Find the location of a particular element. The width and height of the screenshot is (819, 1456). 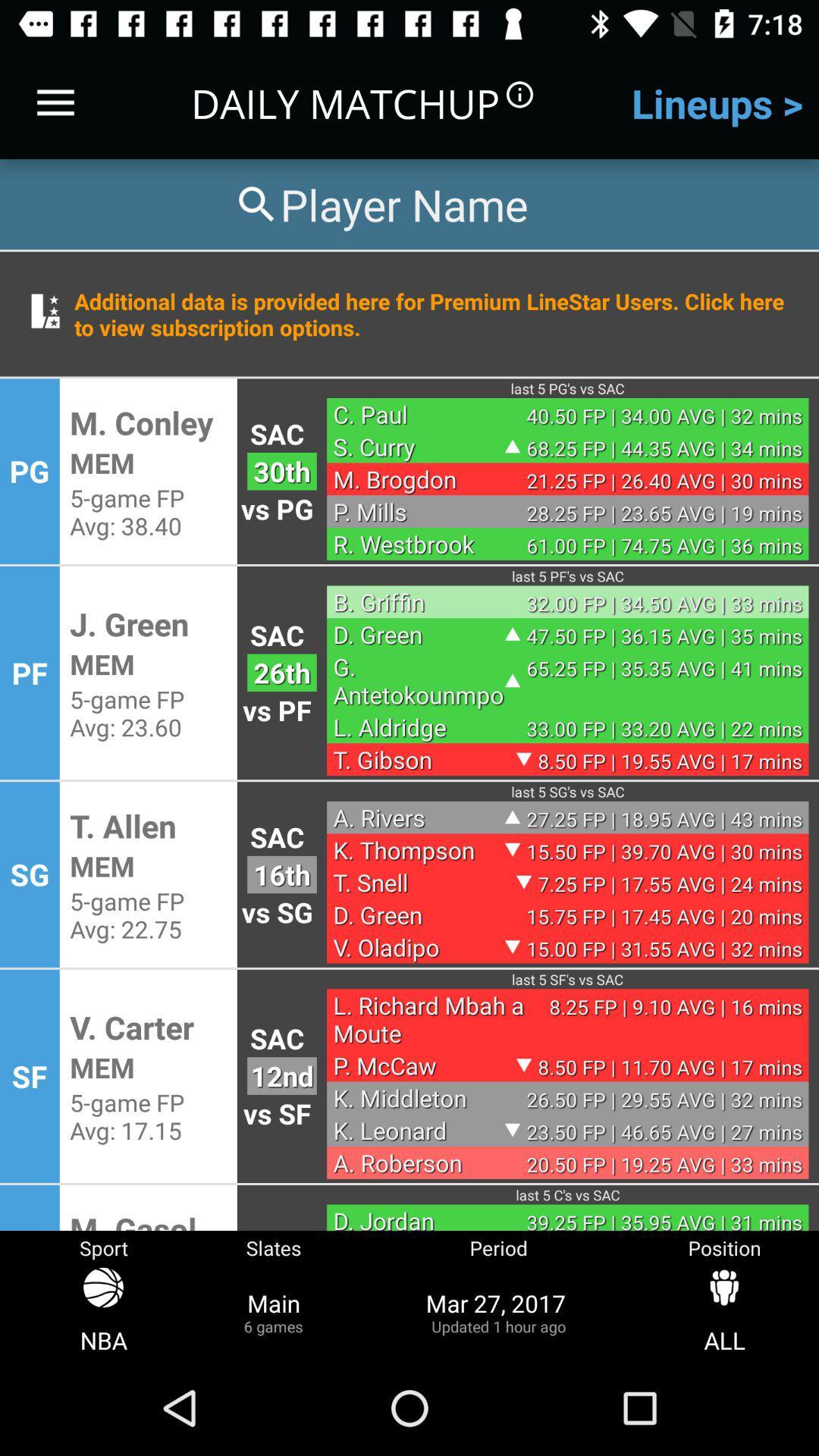

item next to daily matchup is located at coordinates (55, 102).